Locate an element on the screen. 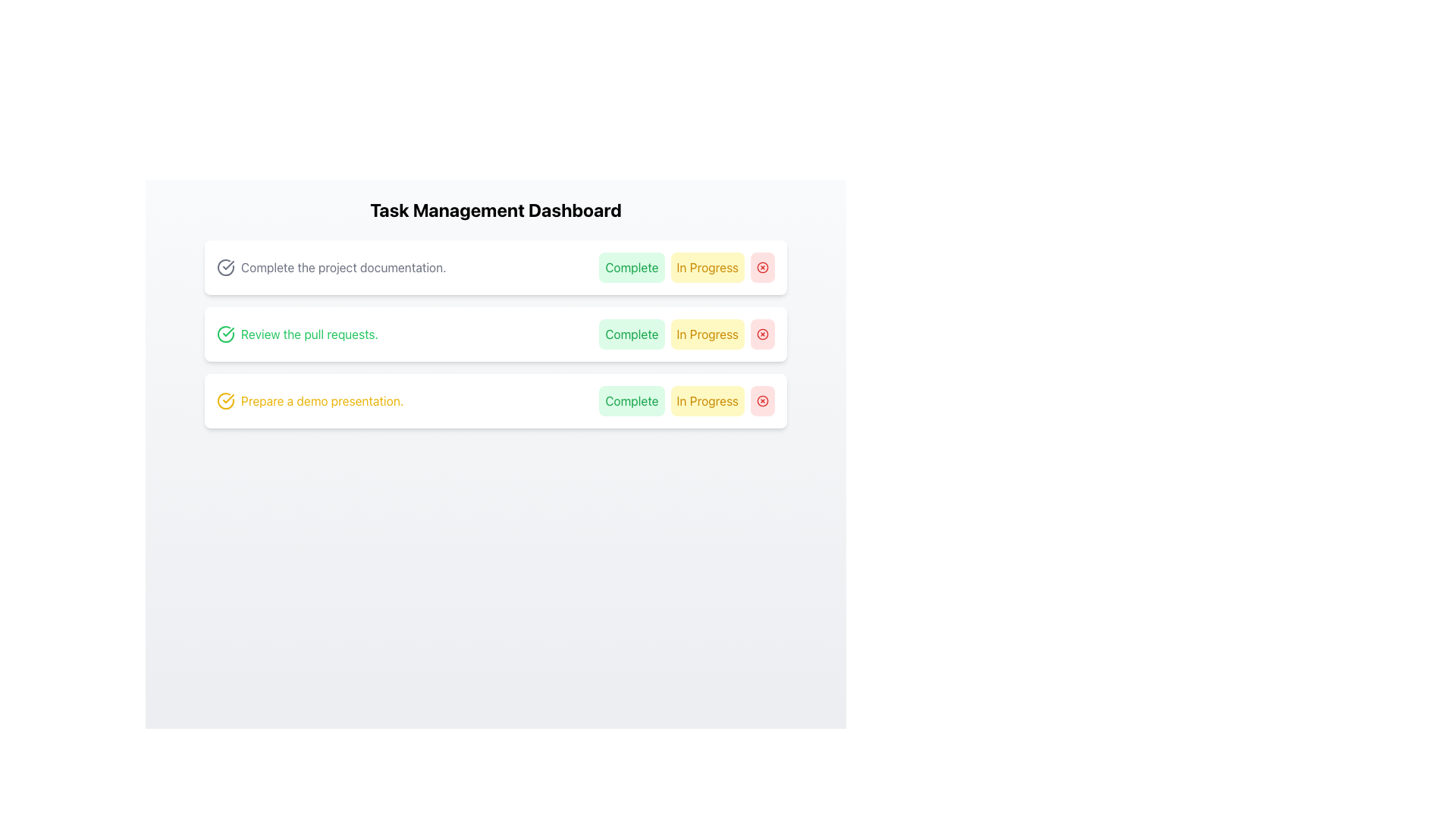  the third button in the task management dashboard, which serves as a 'delete' or 'remove' function, to observe the hover effect is located at coordinates (763, 267).